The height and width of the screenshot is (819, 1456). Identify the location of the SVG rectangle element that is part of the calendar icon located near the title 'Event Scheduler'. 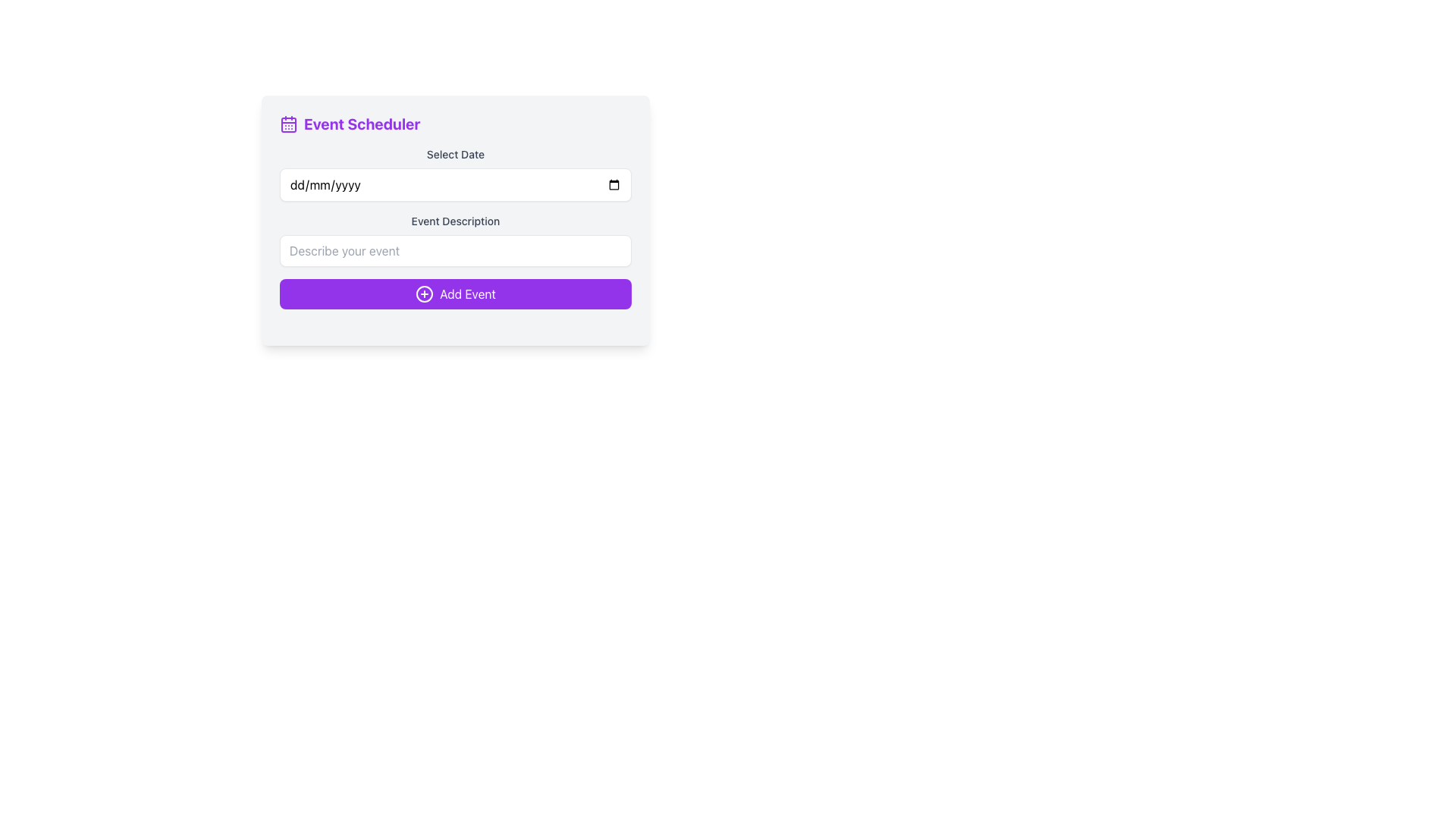
(288, 124).